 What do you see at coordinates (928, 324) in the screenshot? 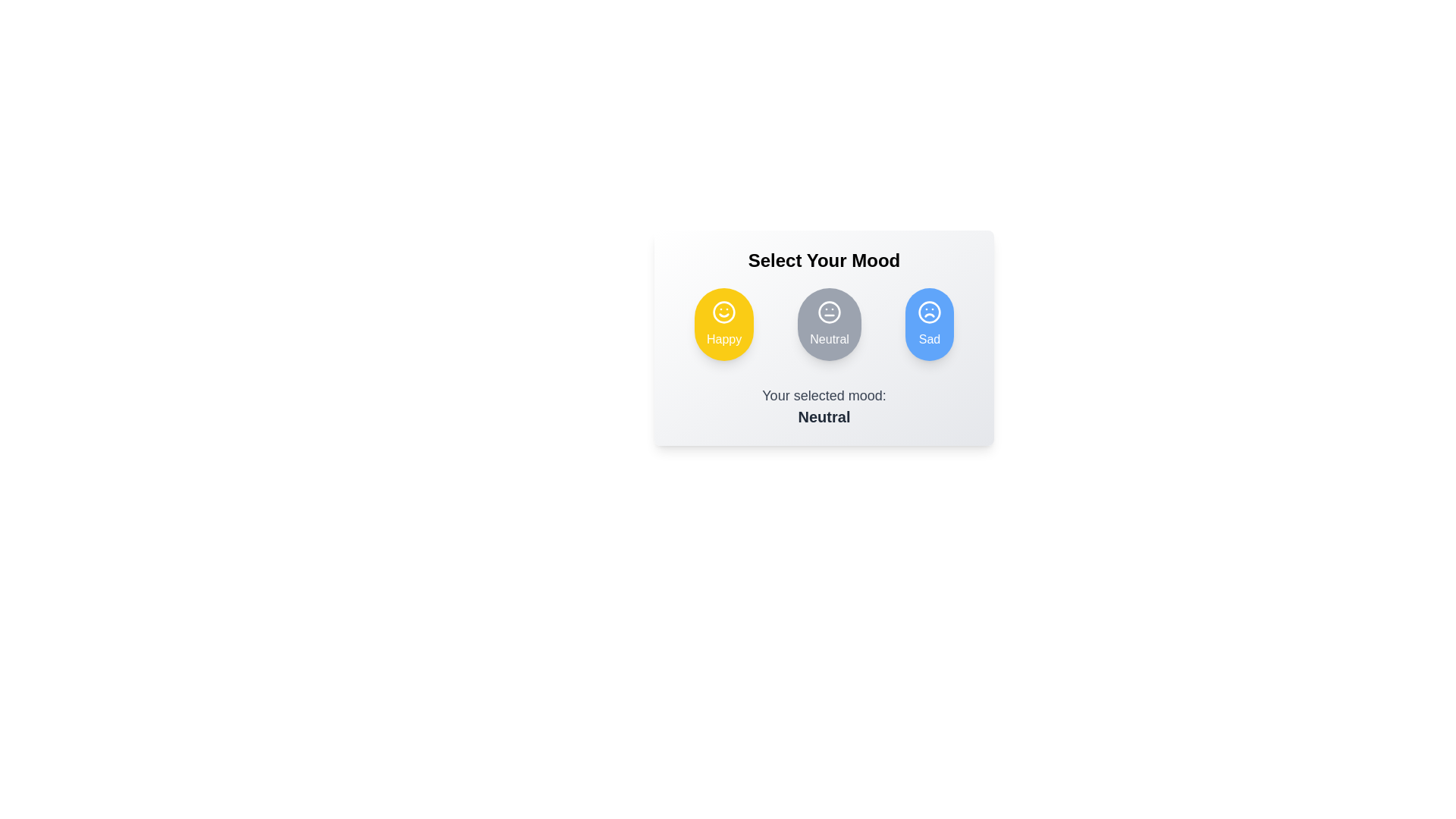
I see `the rightmost circular button with a blue background, white sad face icon, and 'Sad' text underneath, using keyboard tab navigation` at bounding box center [928, 324].